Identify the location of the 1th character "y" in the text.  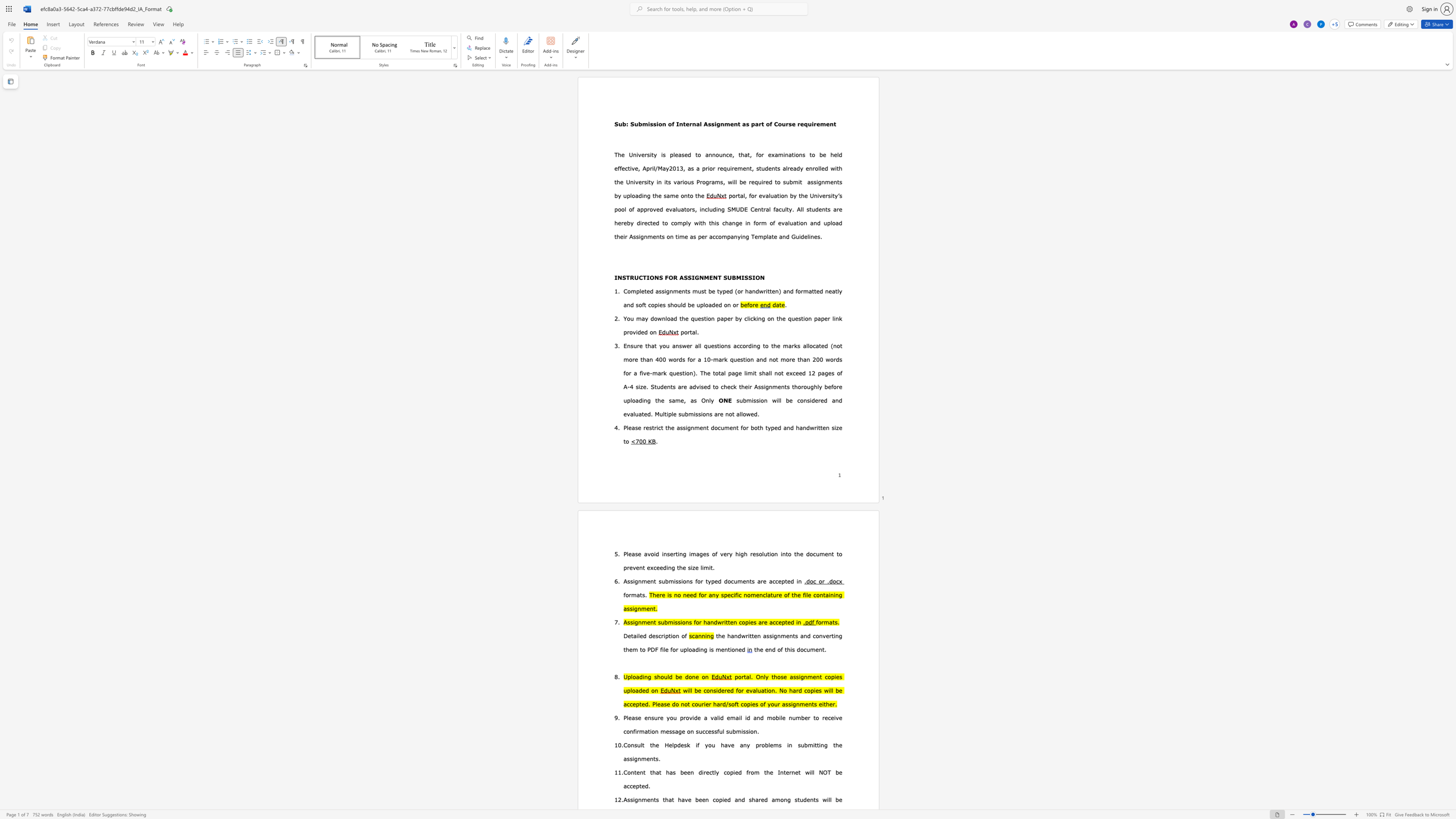
(689, 223).